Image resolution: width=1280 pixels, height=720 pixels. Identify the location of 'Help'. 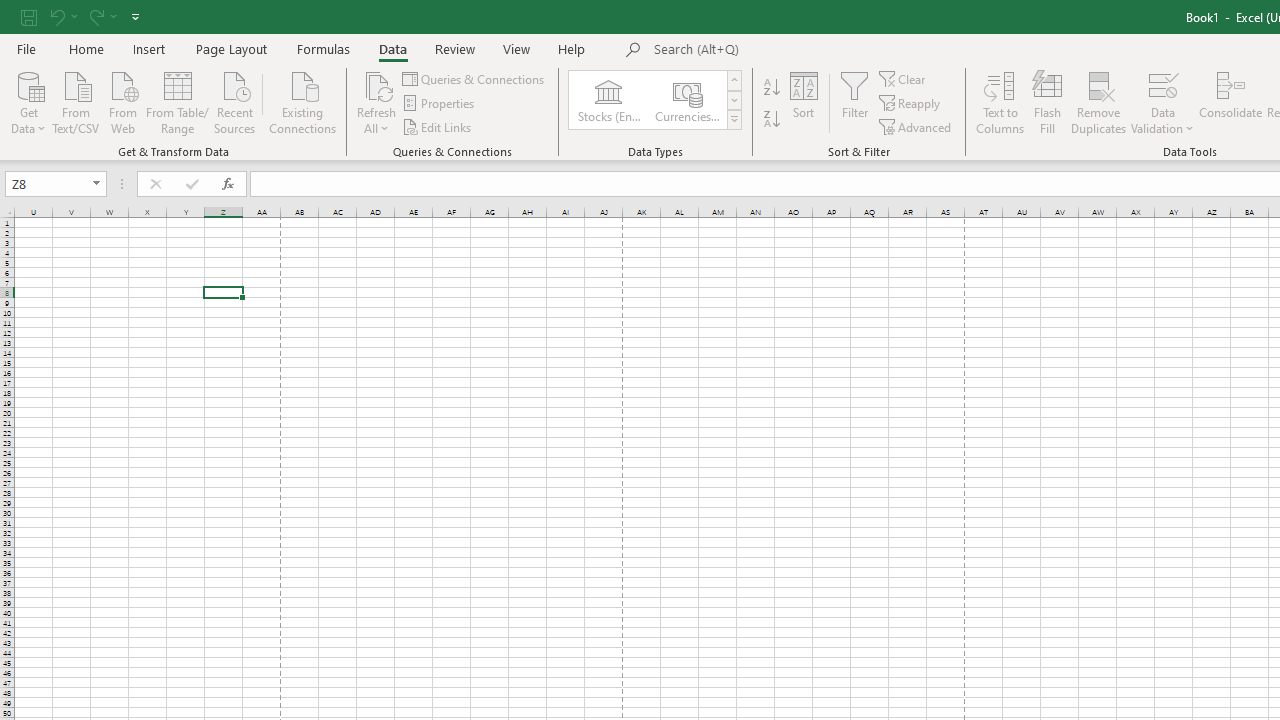
(571, 48).